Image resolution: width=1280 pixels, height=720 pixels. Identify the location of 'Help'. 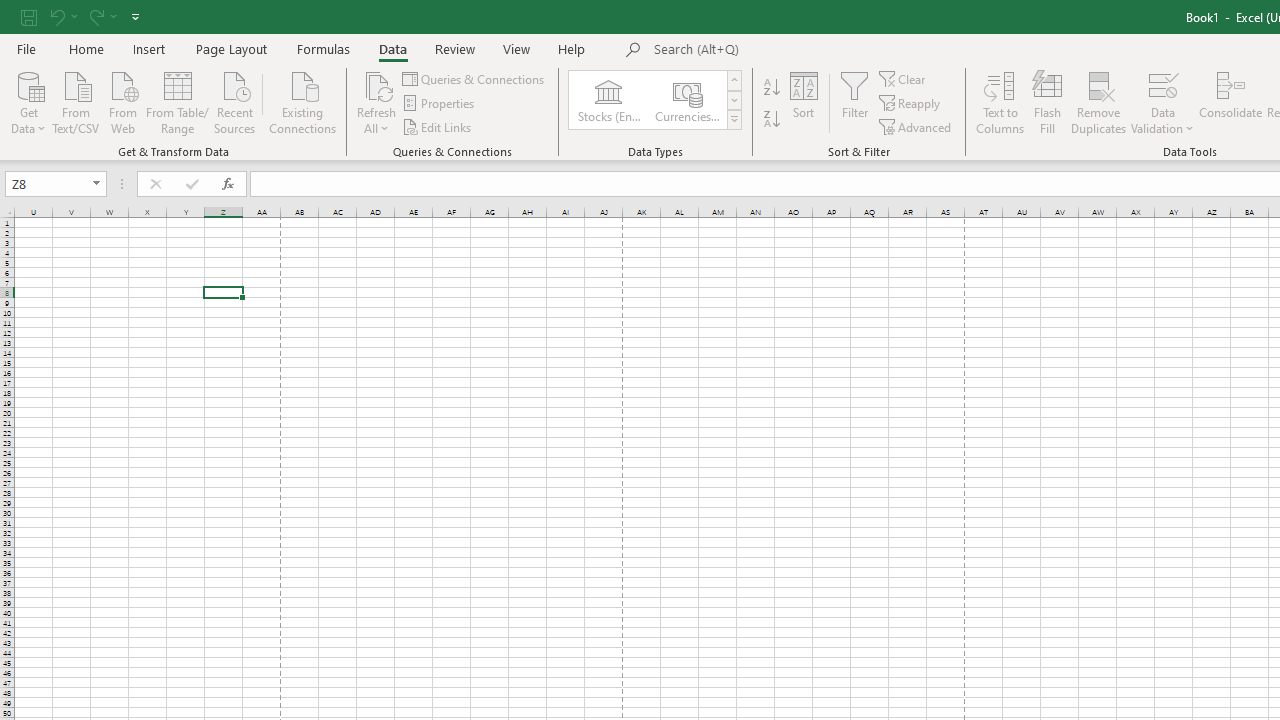
(571, 48).